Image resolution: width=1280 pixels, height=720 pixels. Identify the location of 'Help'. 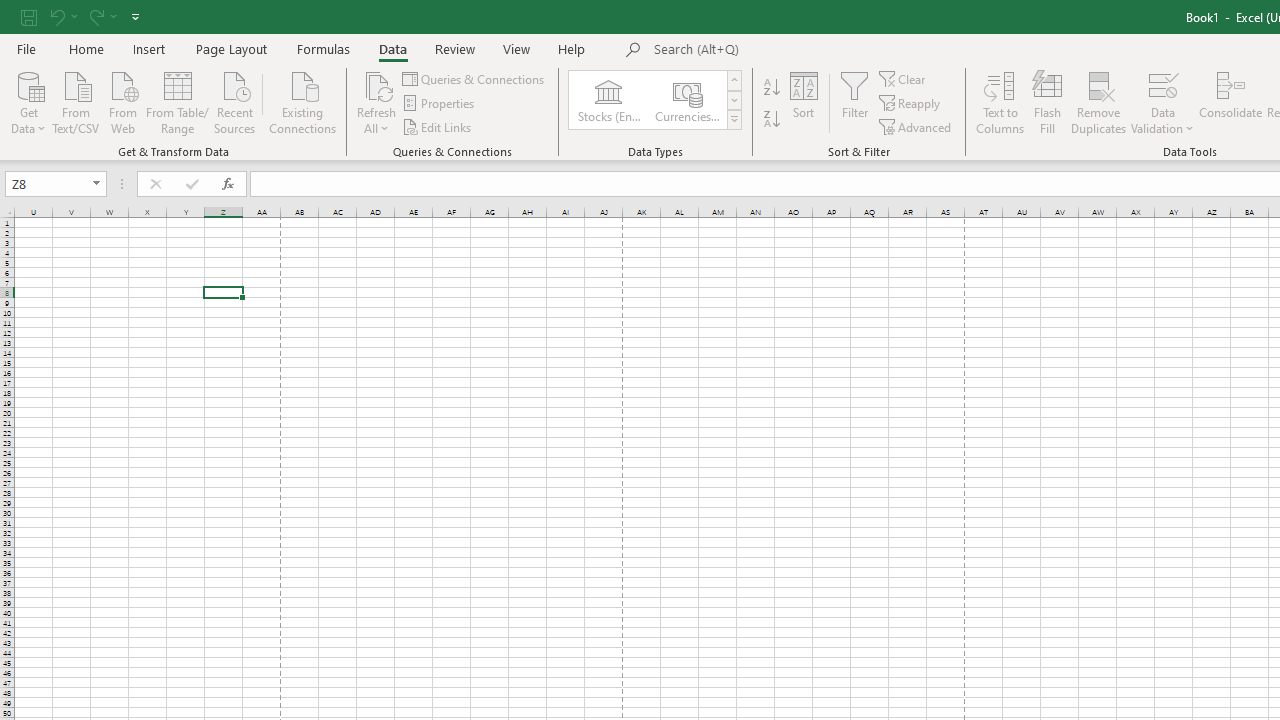
(571, 48).